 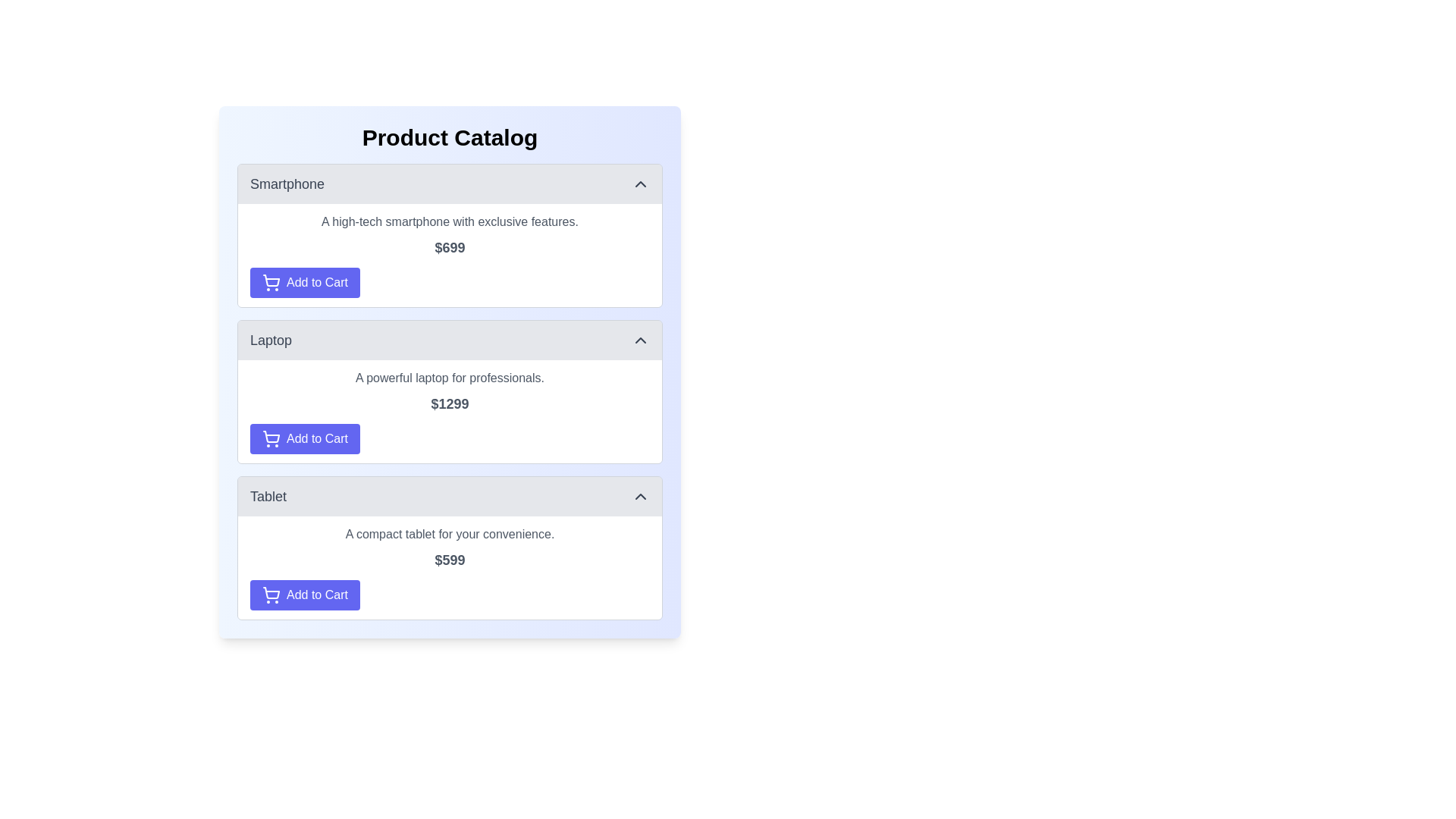 What do you see at coordinates (449, 497) in the screenshot?
I see `the gray rectangular button labeled 'Tablet' located in the third item of the vertical product list` at bounding box center [449, 497].